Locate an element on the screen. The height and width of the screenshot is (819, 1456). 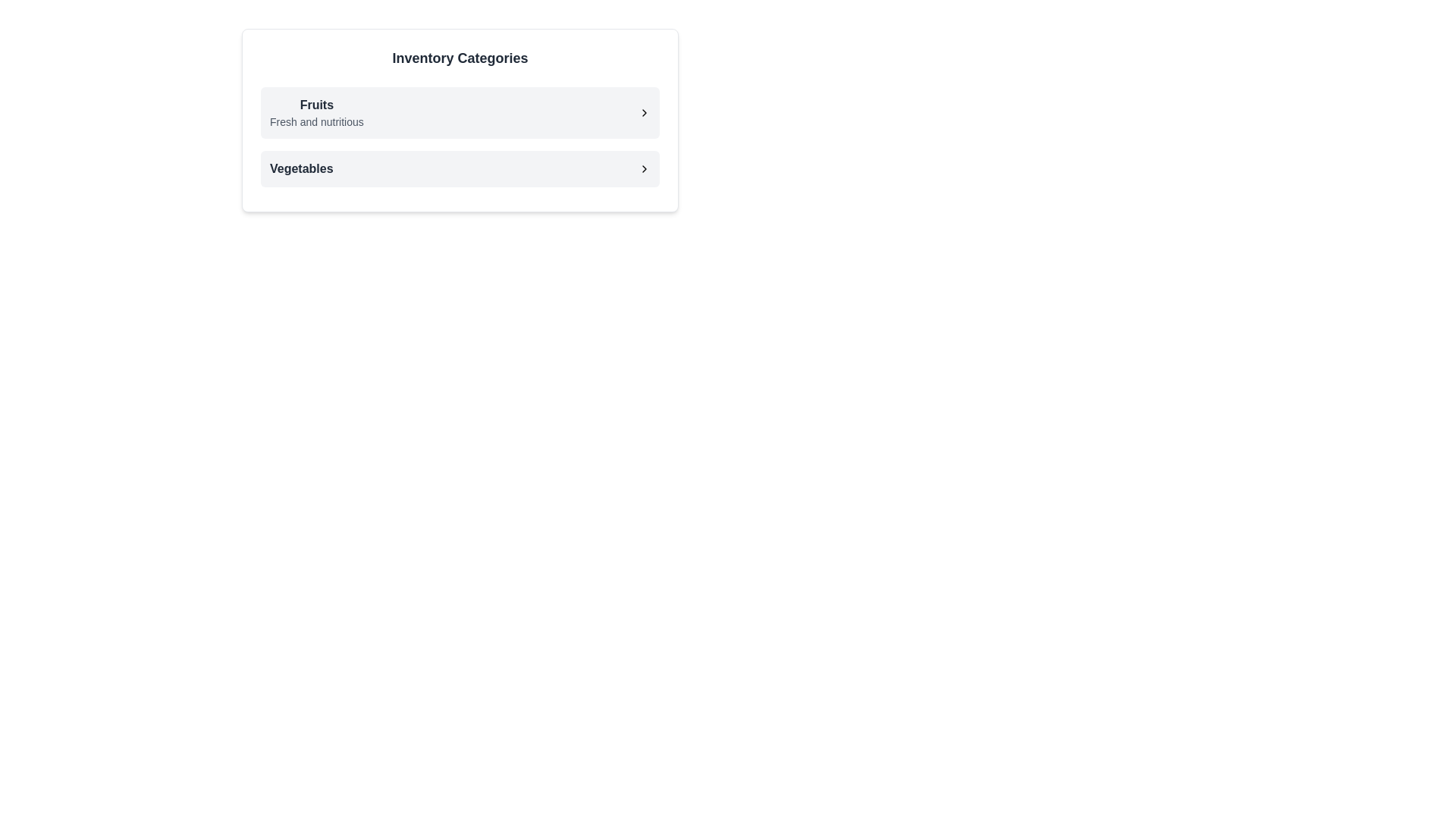
the text label displaying 'Fresh and nutritious' located directly below the bold title 'Fruits' in the 'Inventory Categories' section is located at coordinates (315, 121).